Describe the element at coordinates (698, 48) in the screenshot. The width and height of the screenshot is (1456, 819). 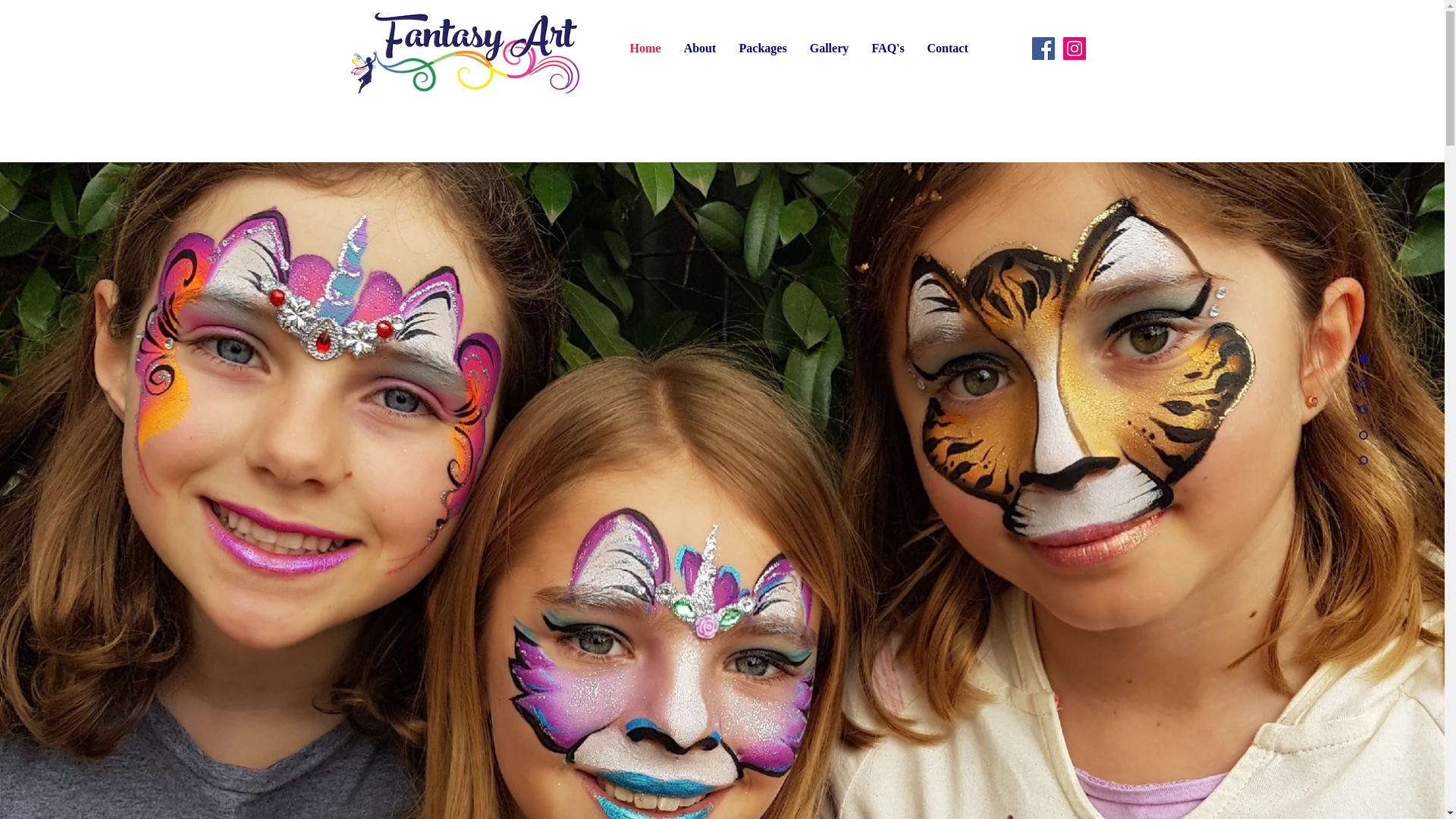
I see `'About'` at that location.